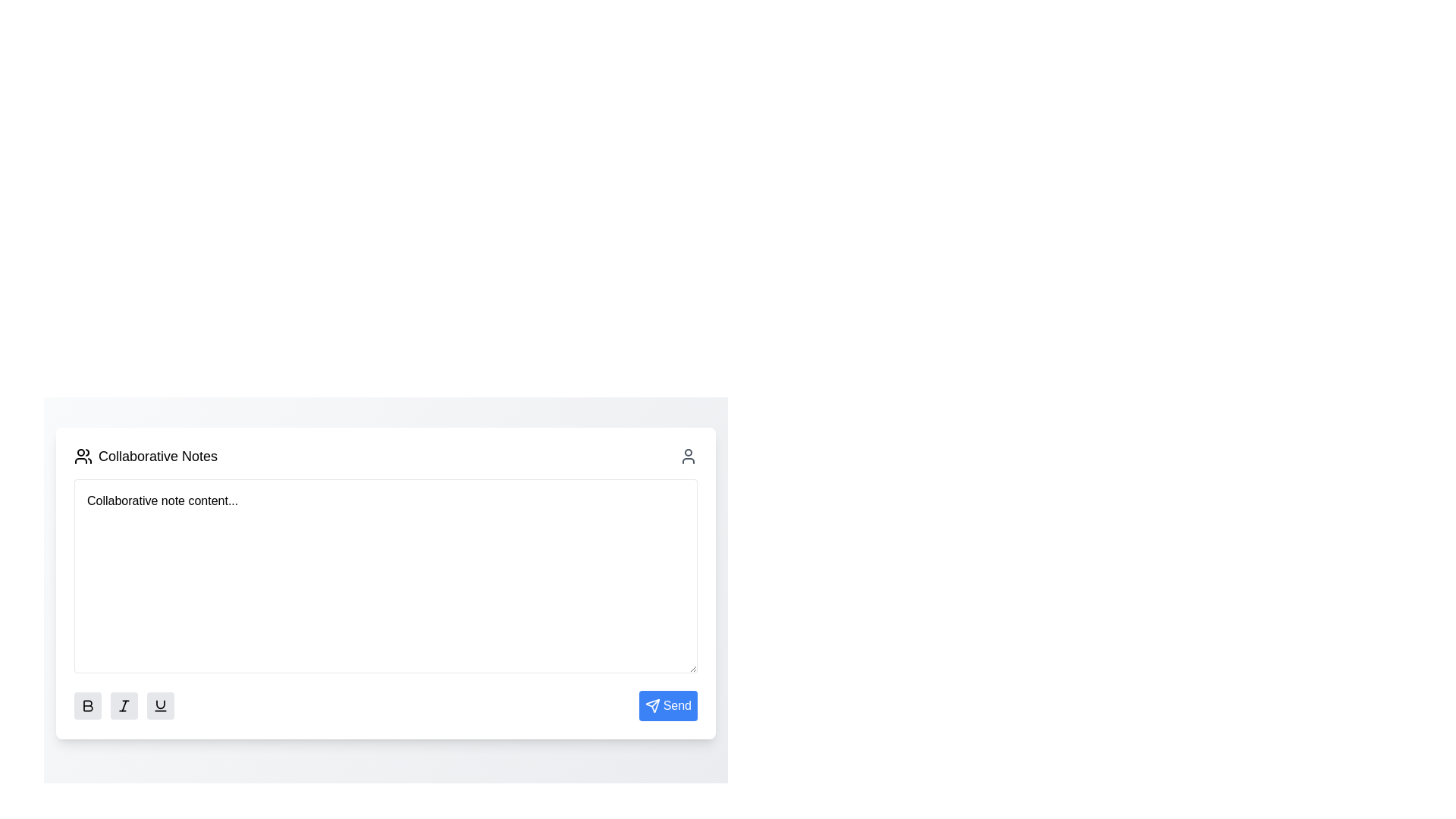 The image size is (1456, 819). I want to click on the underline formatting button, represented by an underlined 'U' icon, located at the bottom-right of the text editor, so click(160, 705).